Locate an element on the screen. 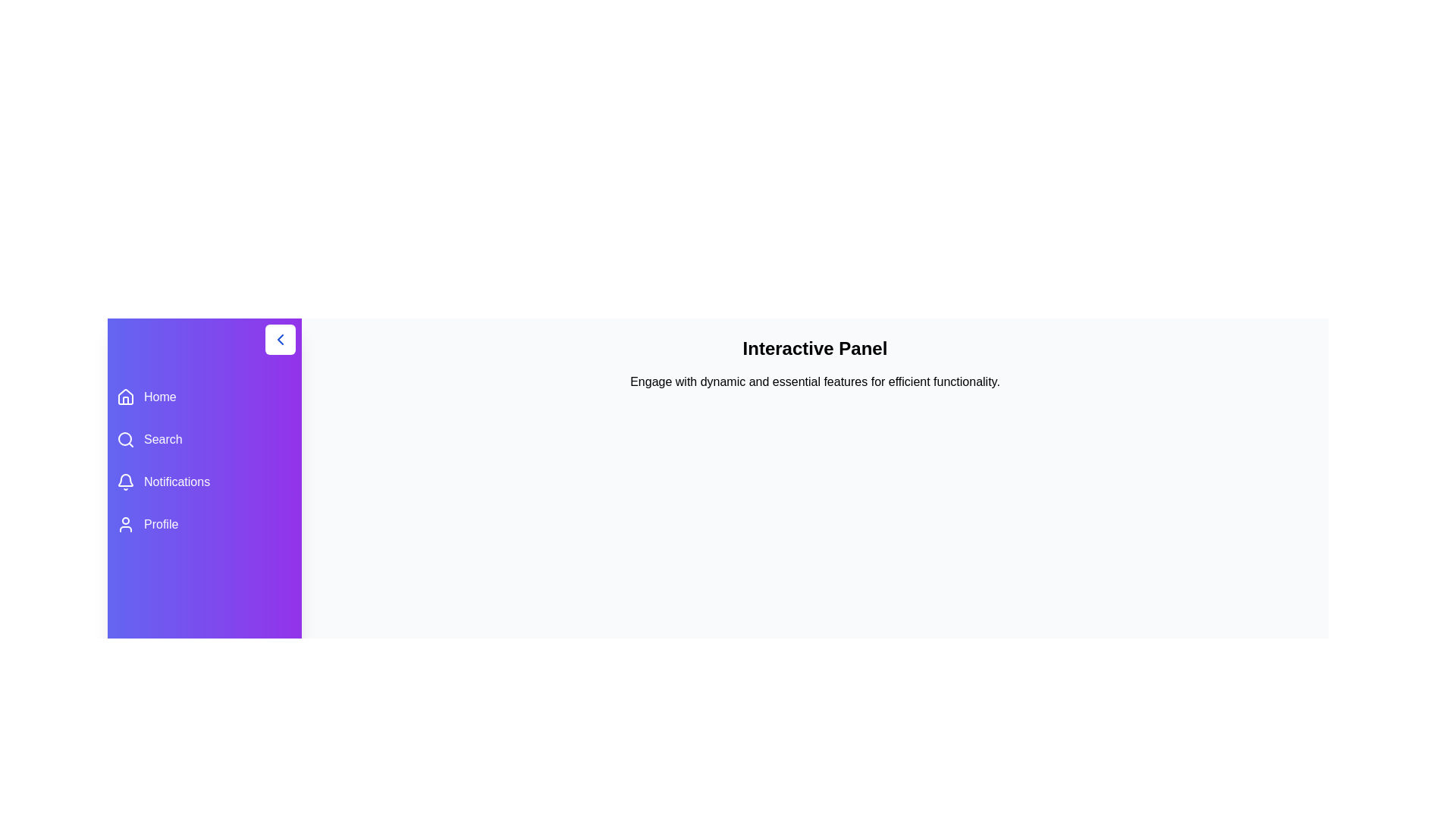 The image size is (1456, 819). the menu item Notifications to view its hover effect is located at coordinates (203, 482).